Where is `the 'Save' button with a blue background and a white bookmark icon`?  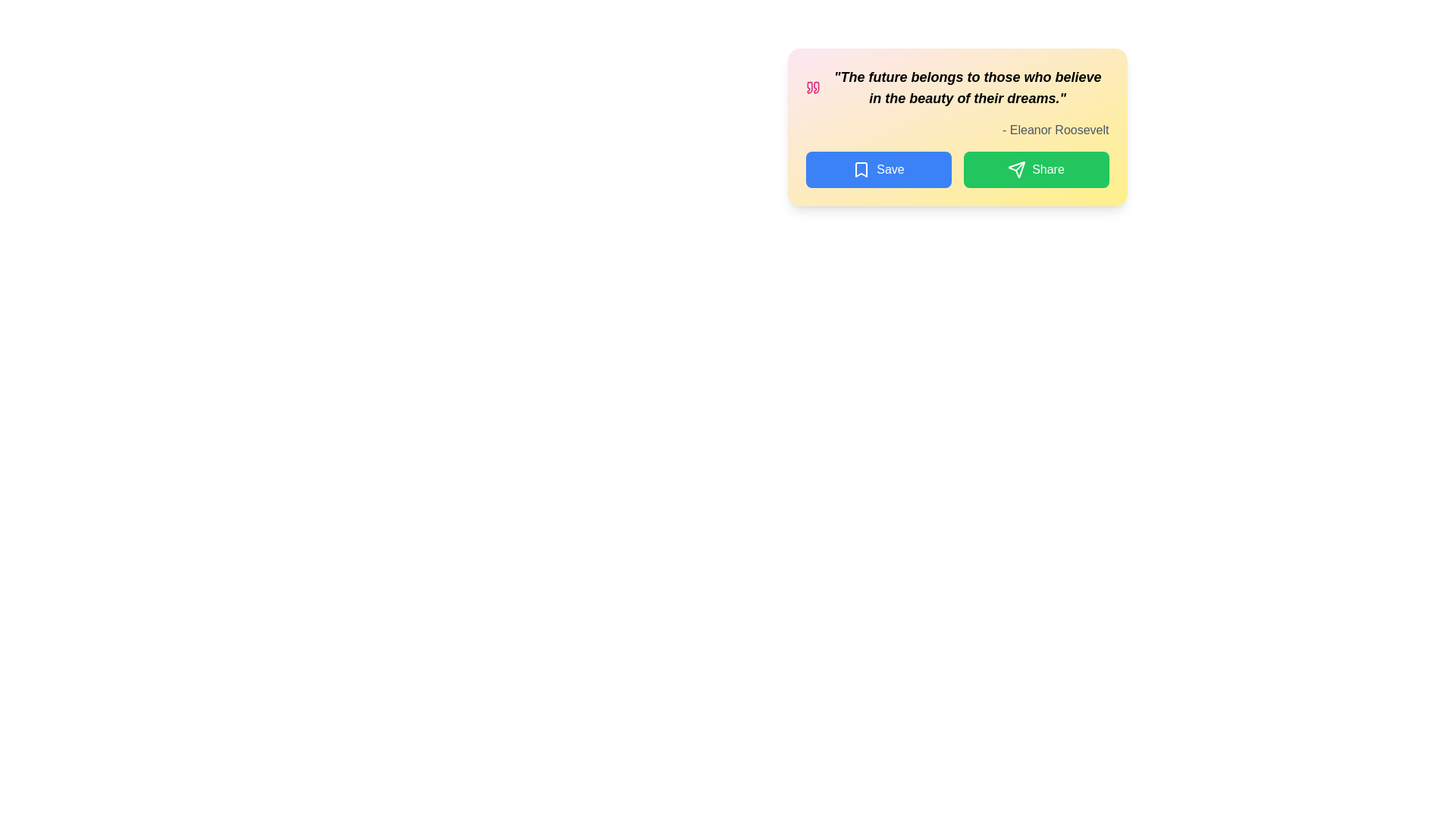 the 'Save' button with a blue background and a white bookmark icon is located at coordinates (878, 169).